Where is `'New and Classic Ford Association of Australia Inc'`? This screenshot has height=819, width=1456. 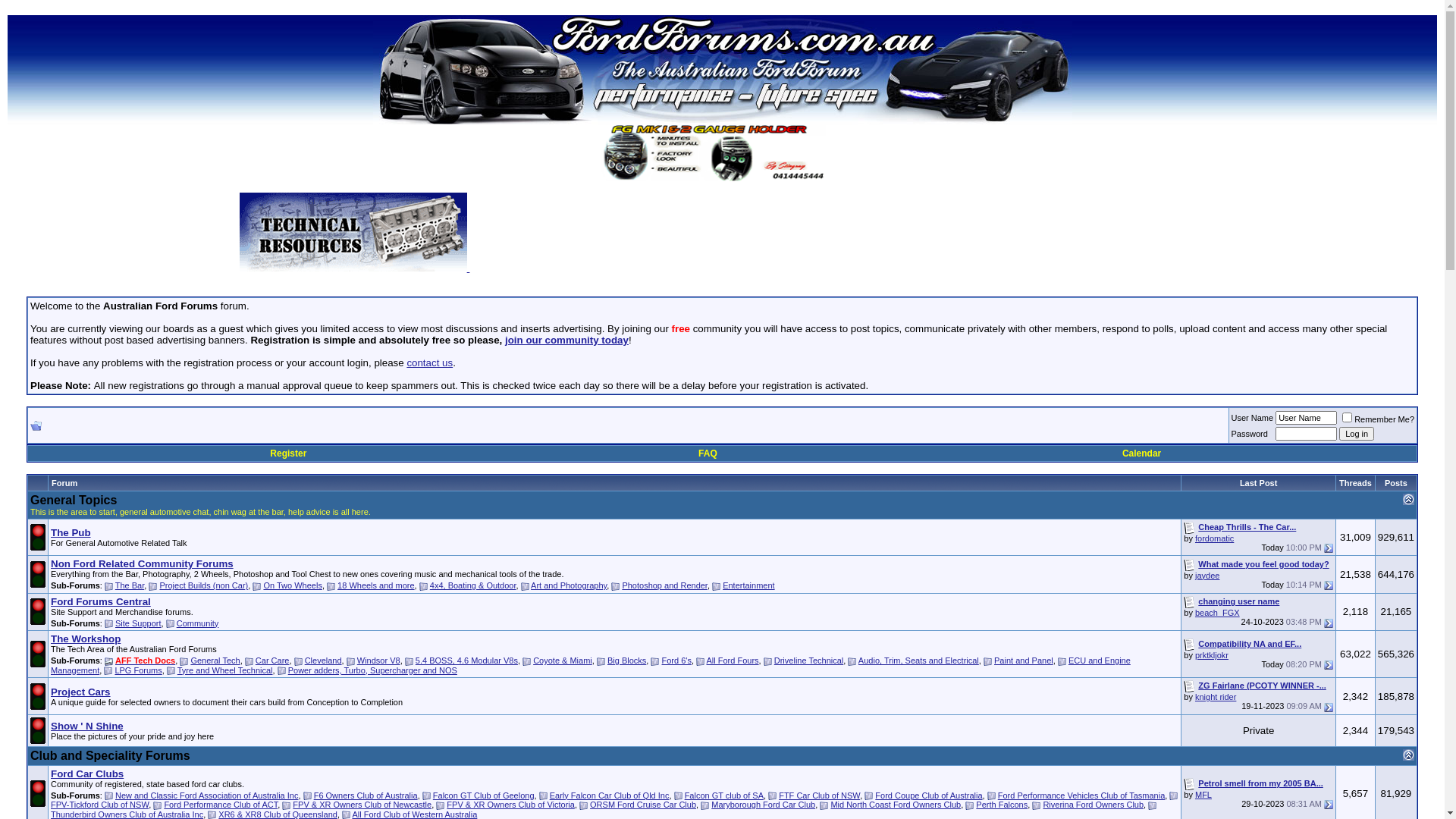 'New and Classic Ford Association of Australia Inc' is located at coordinates (206, 795).